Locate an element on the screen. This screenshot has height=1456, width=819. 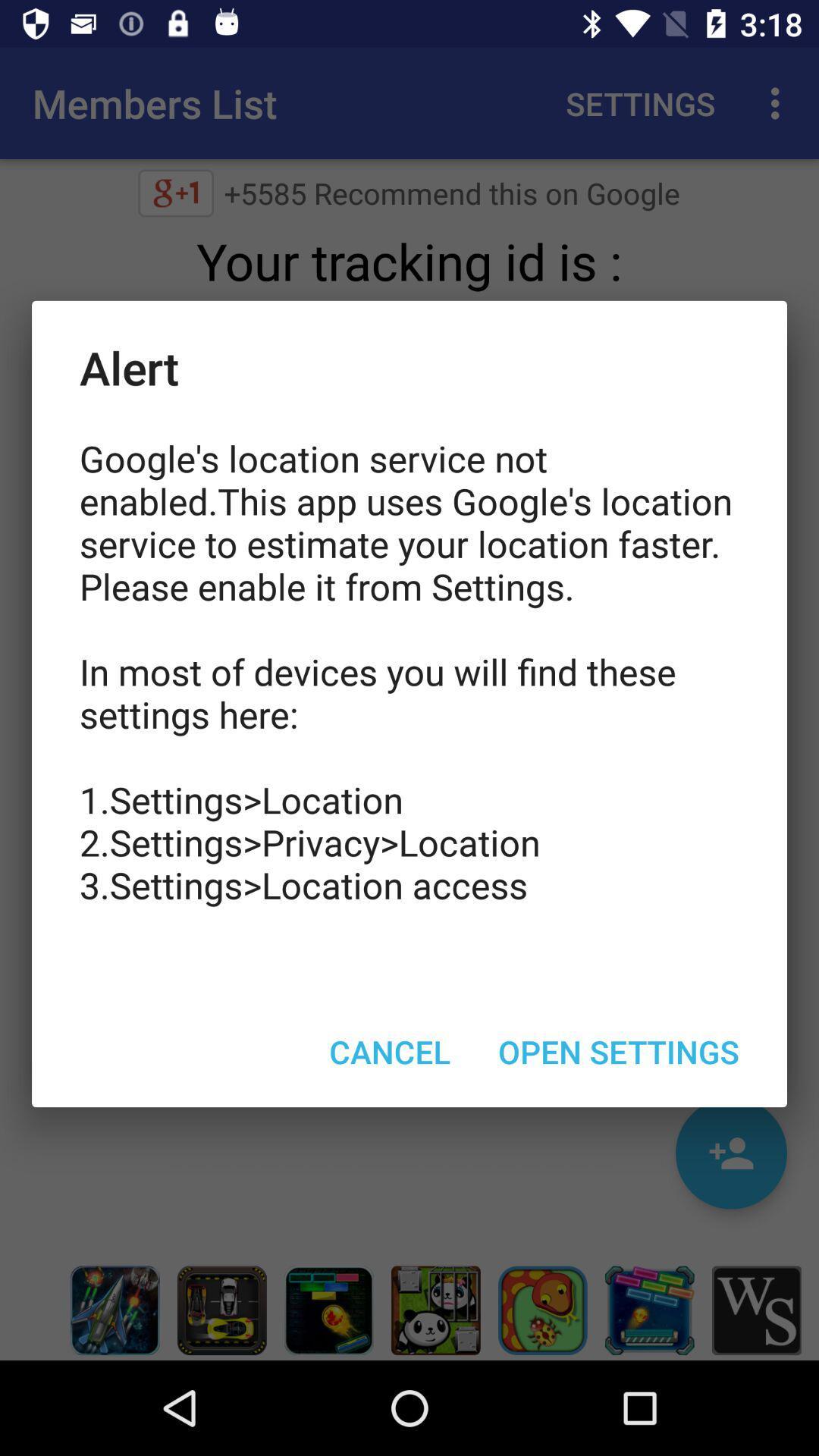
the open settings icon is located at coordinates (619, 1050).